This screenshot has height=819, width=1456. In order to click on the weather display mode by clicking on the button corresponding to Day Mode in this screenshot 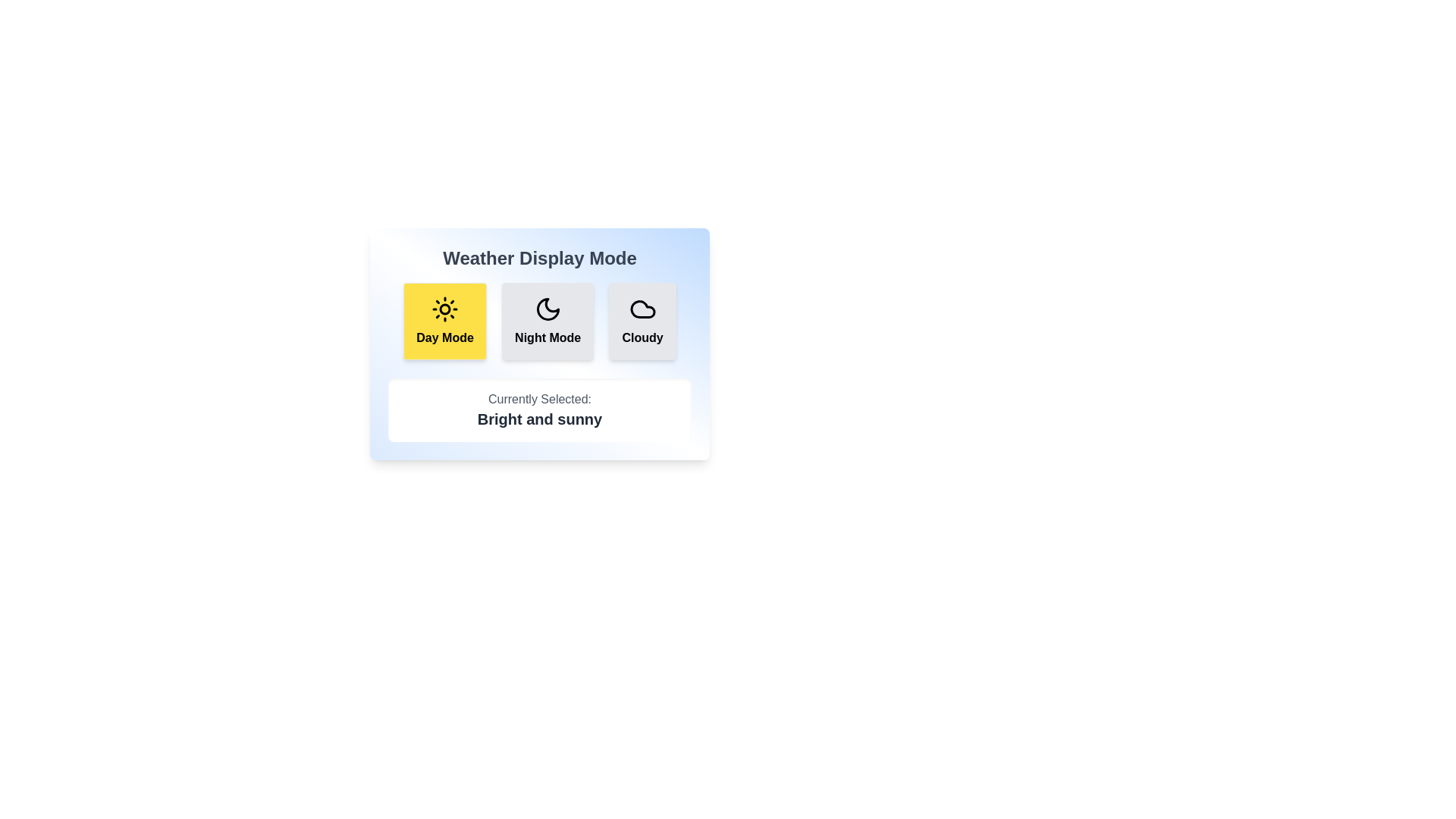, I will do `click(444, 321)`.